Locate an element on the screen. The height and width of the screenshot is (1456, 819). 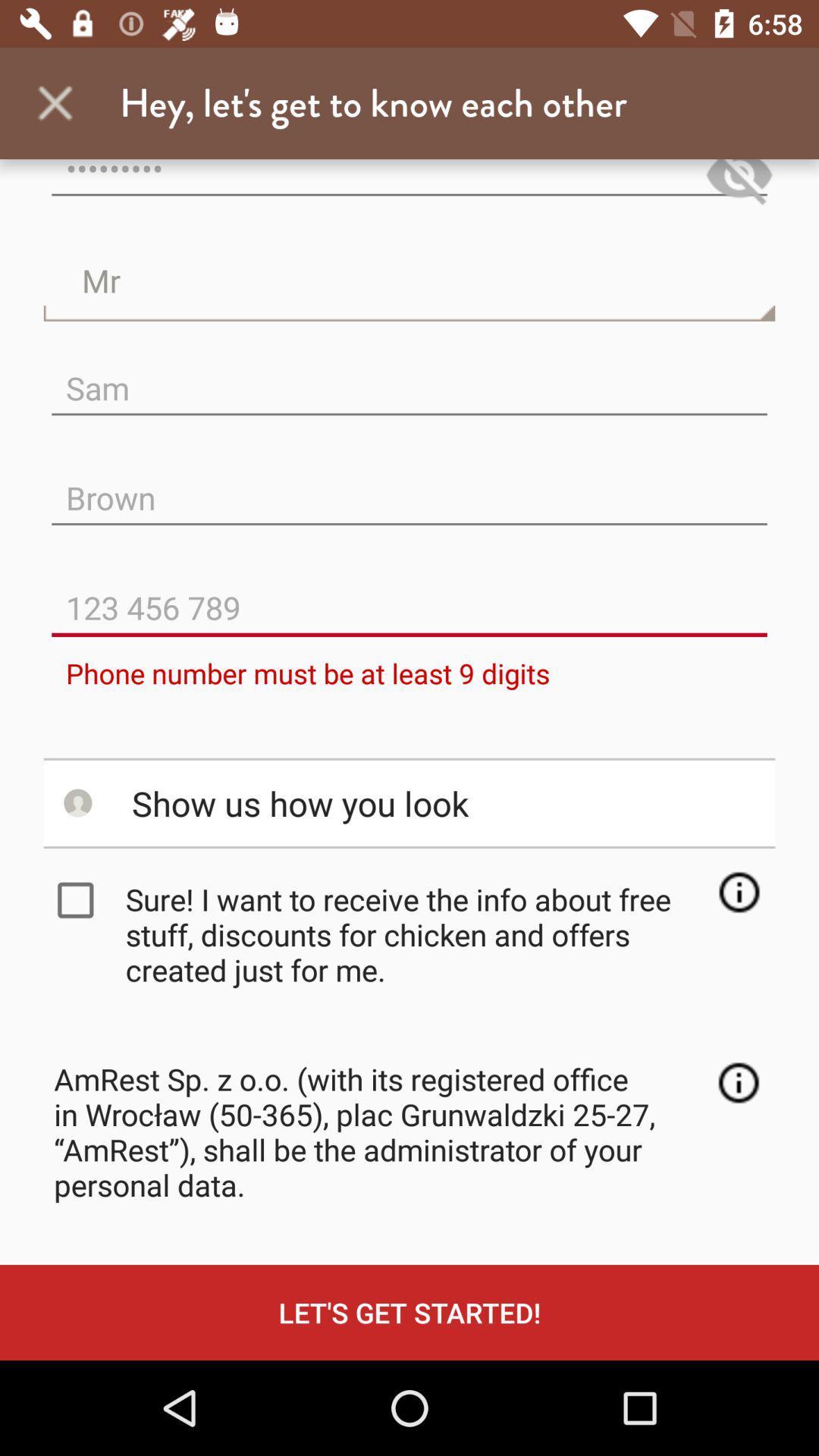
information is located at coordinates (738, 1081).